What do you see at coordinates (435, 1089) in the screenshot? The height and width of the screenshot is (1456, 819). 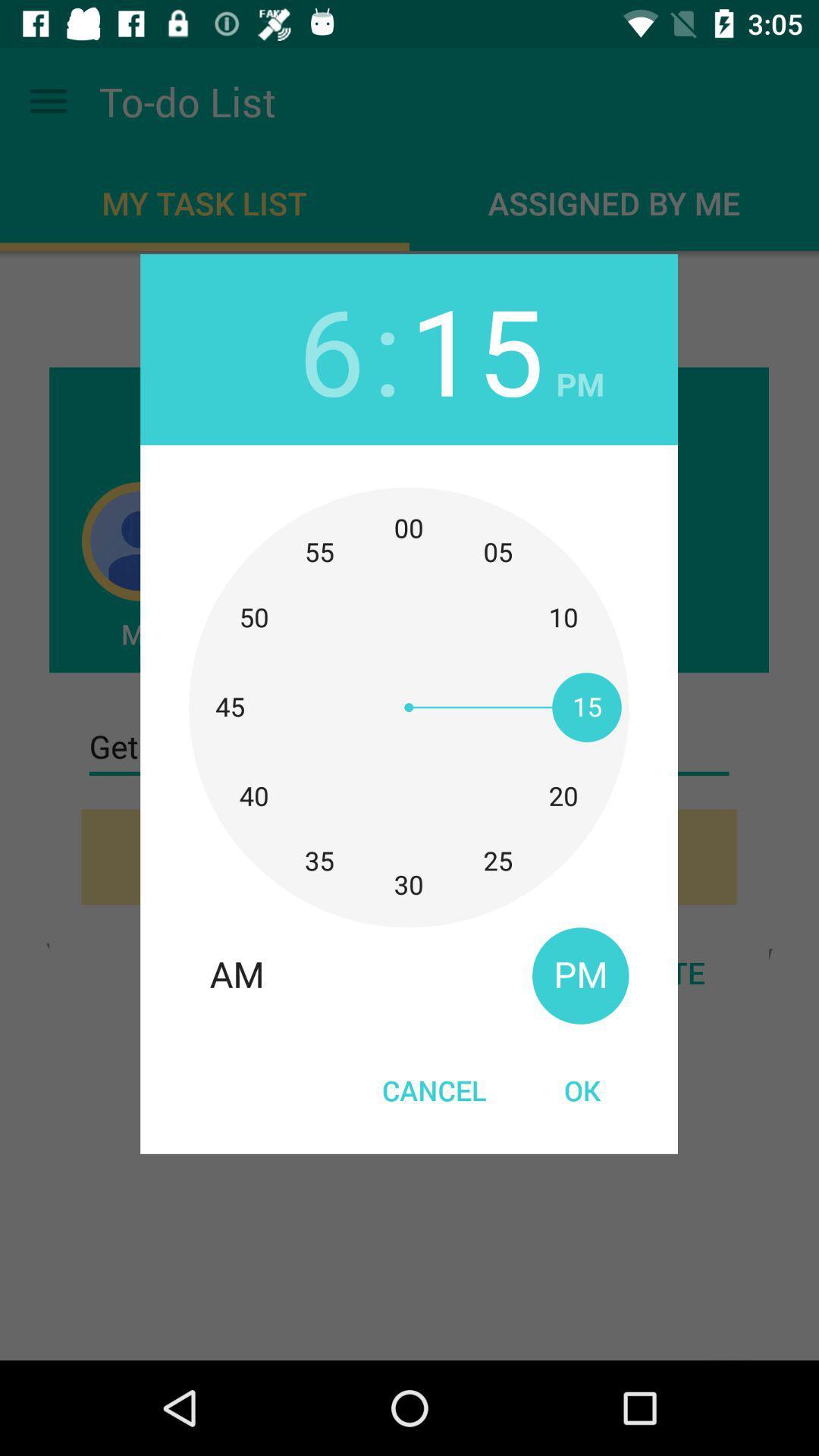 I see `the cancel at the bottom` at bounding box center [435, 1089].